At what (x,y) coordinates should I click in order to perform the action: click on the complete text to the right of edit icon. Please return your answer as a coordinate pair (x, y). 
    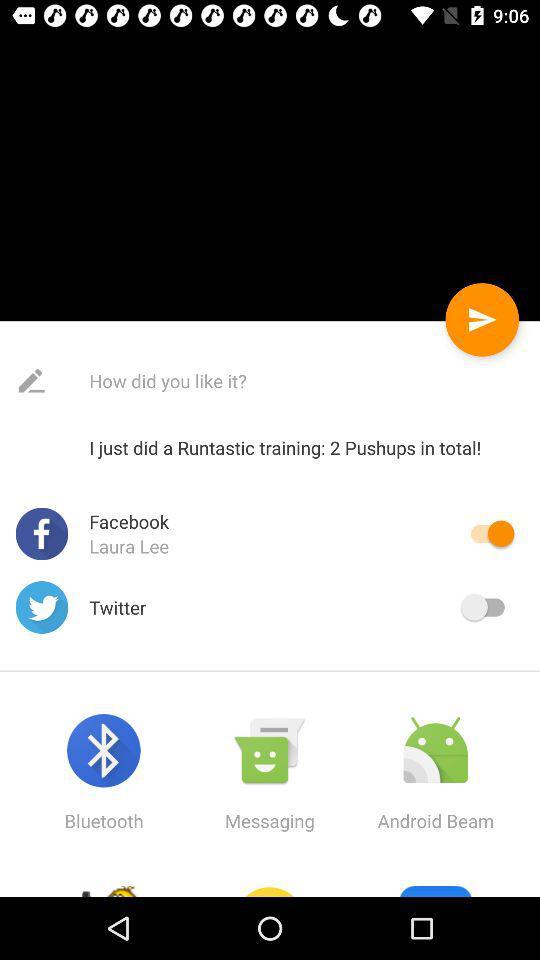
    Looking at the image, I should click on (254, 380).